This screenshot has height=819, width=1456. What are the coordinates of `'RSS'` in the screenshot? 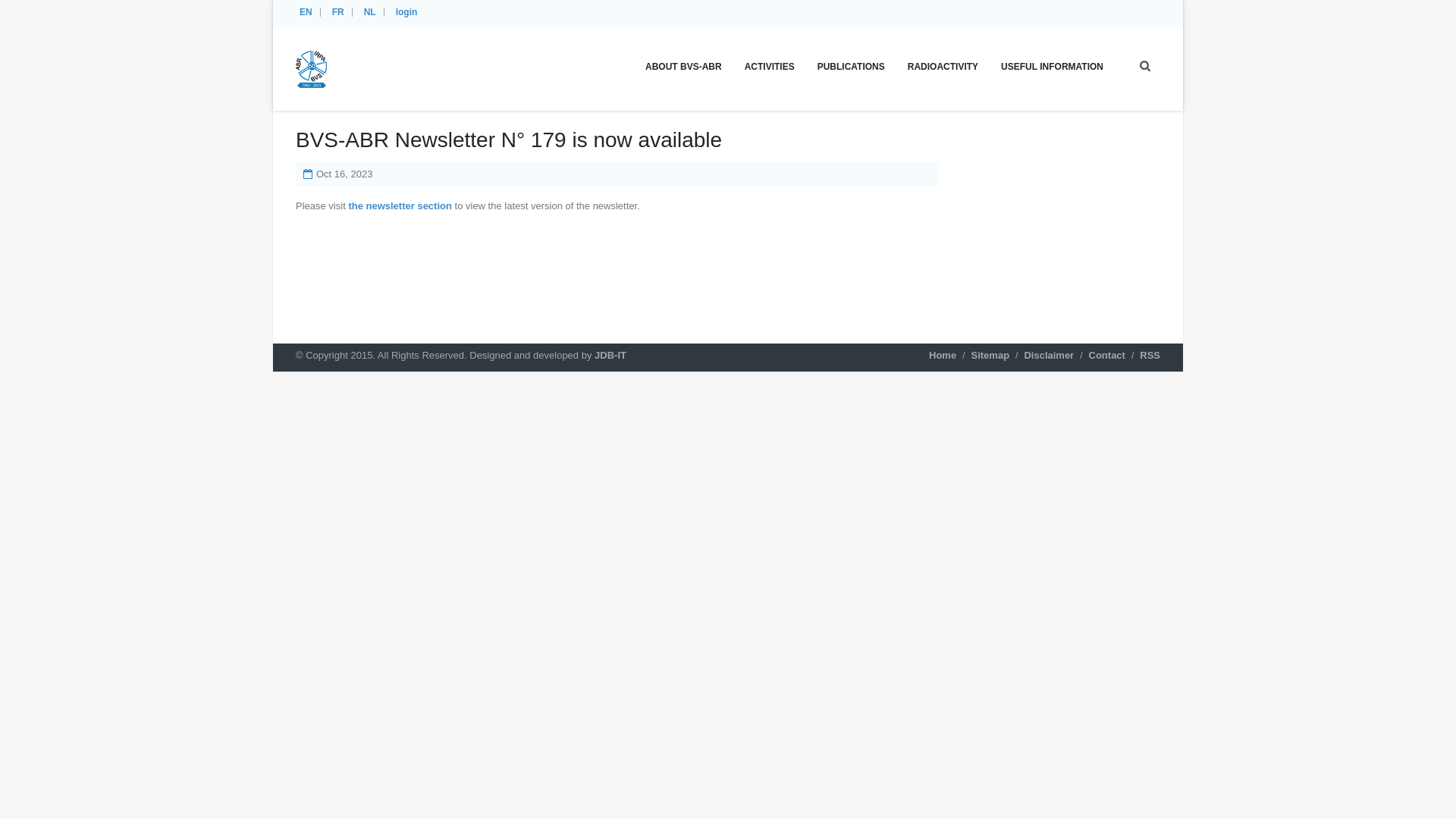 It's located at (1150, 355).